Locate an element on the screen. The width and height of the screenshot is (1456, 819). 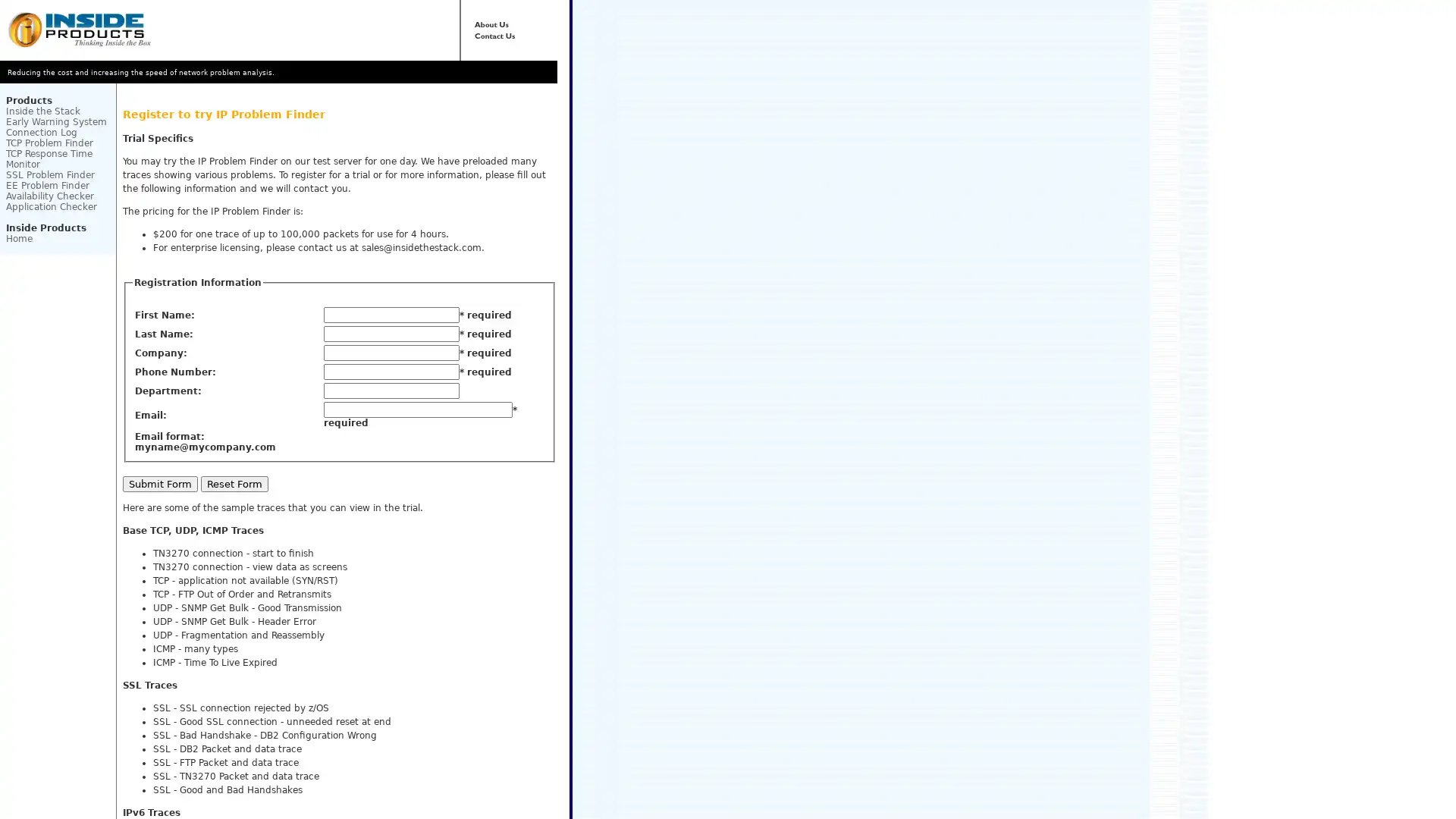
Reset Form is located at coordinates (234, 483).